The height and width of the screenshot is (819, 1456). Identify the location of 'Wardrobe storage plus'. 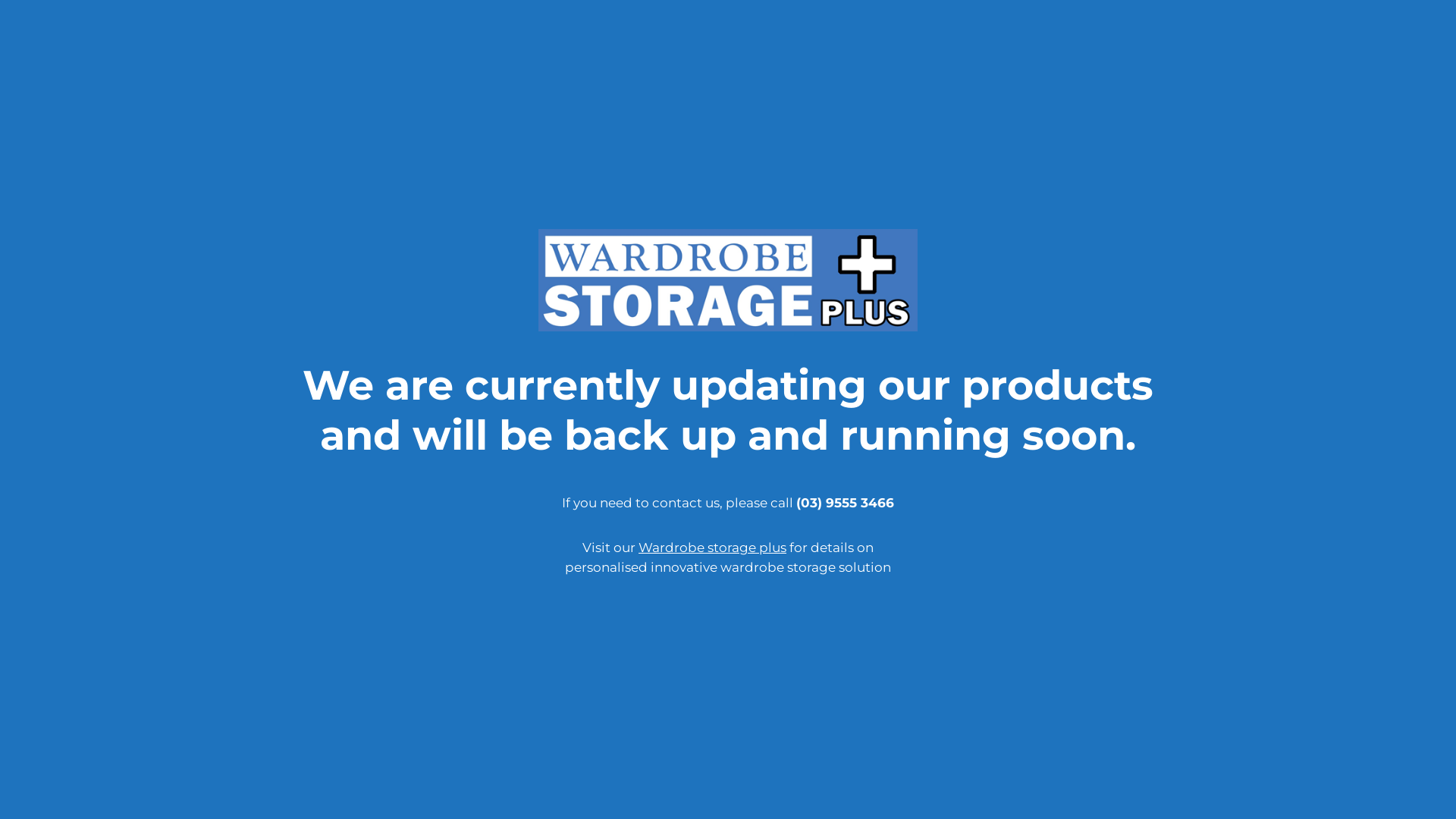
(711, 547).